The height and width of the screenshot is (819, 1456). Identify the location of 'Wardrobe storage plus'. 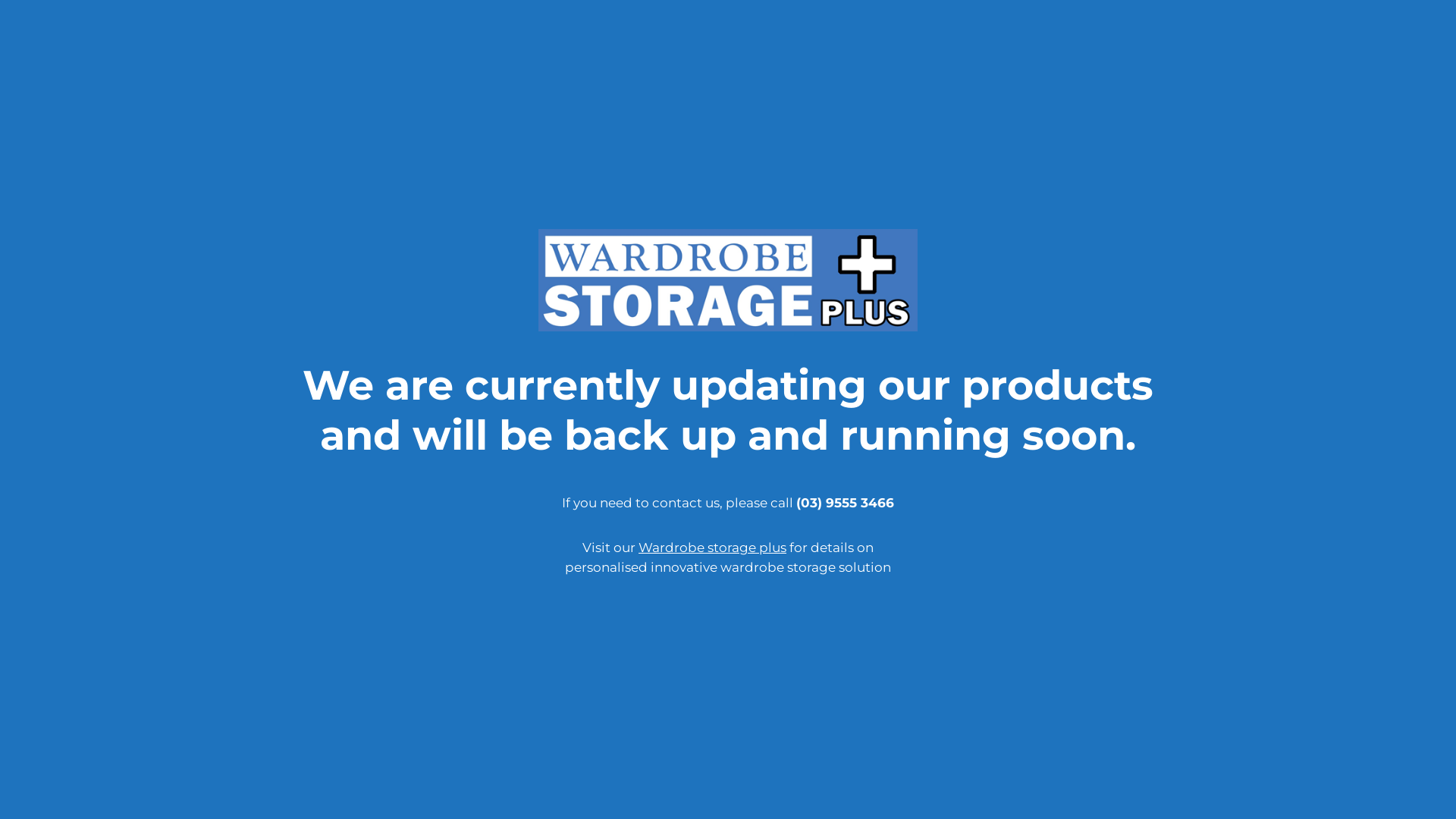
(711, 547).